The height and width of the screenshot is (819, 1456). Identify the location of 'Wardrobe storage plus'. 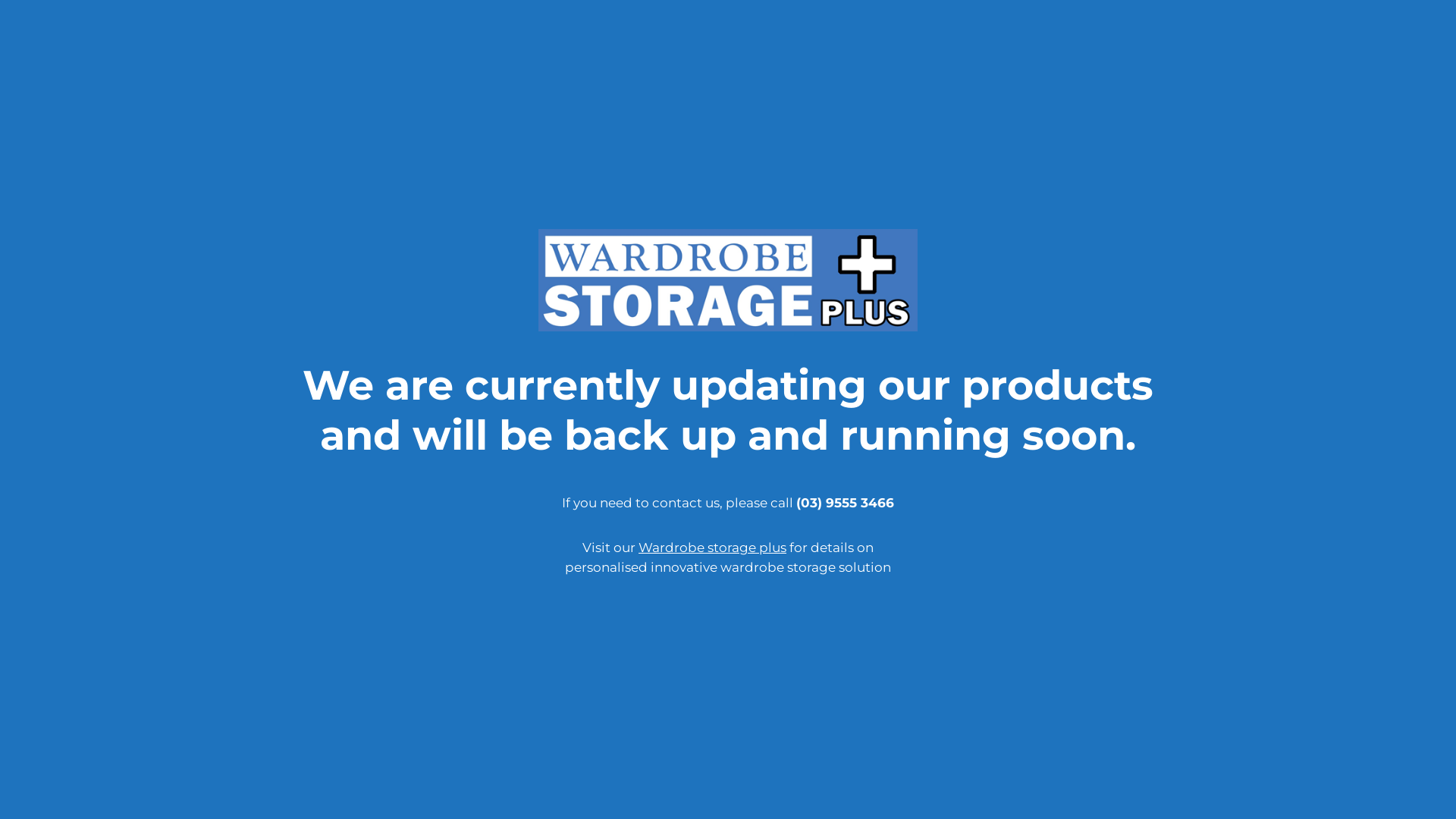
(711, 547).